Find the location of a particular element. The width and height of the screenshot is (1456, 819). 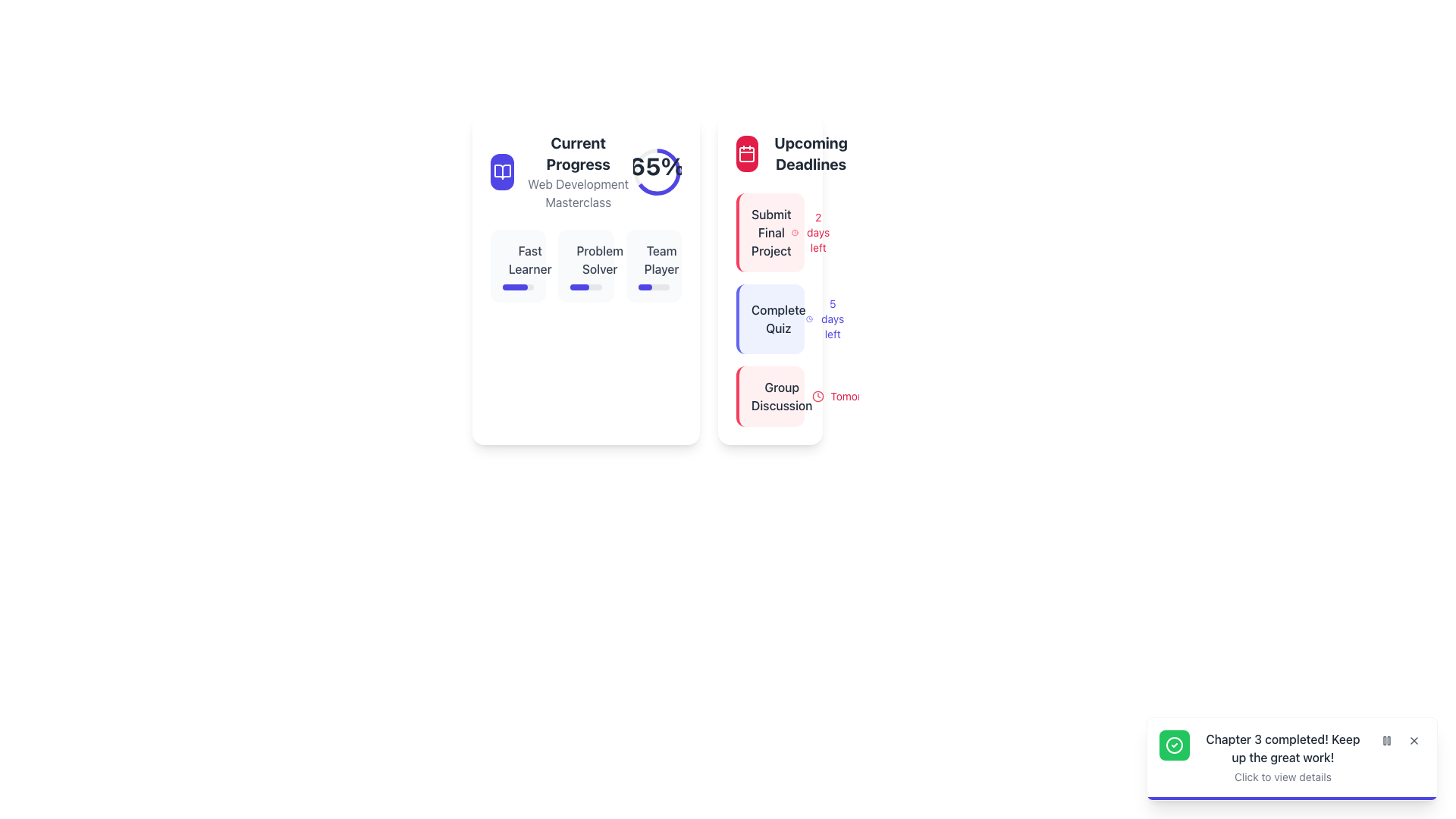

the text label indicating a specific task or event in the deadlines section, located centrally within the second box under the 'Upcoming Deadlines' column is located at coordinates (778, 318).